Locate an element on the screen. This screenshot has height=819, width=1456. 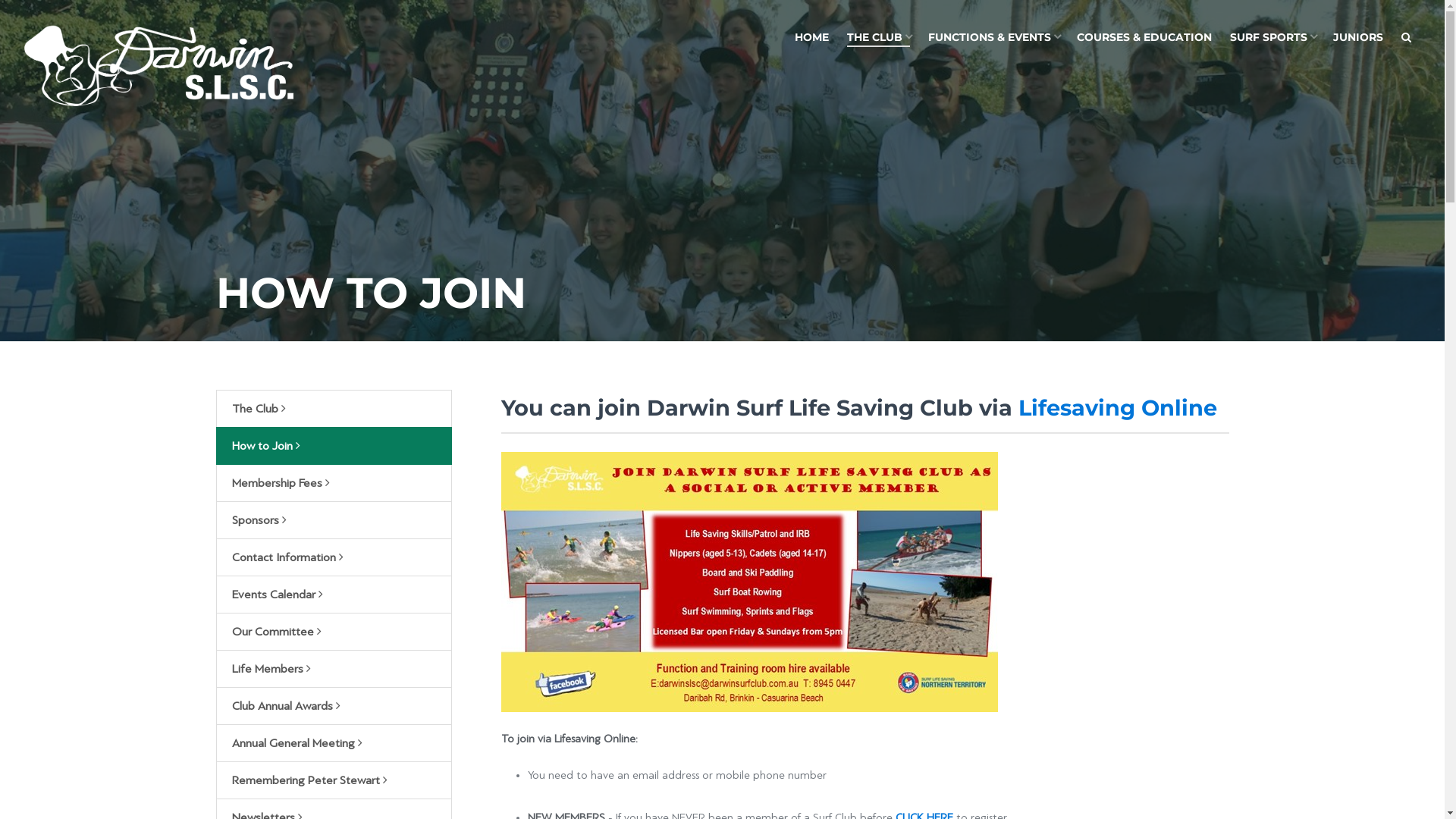
'Contact Information ' is located at coordinates (333, 557).